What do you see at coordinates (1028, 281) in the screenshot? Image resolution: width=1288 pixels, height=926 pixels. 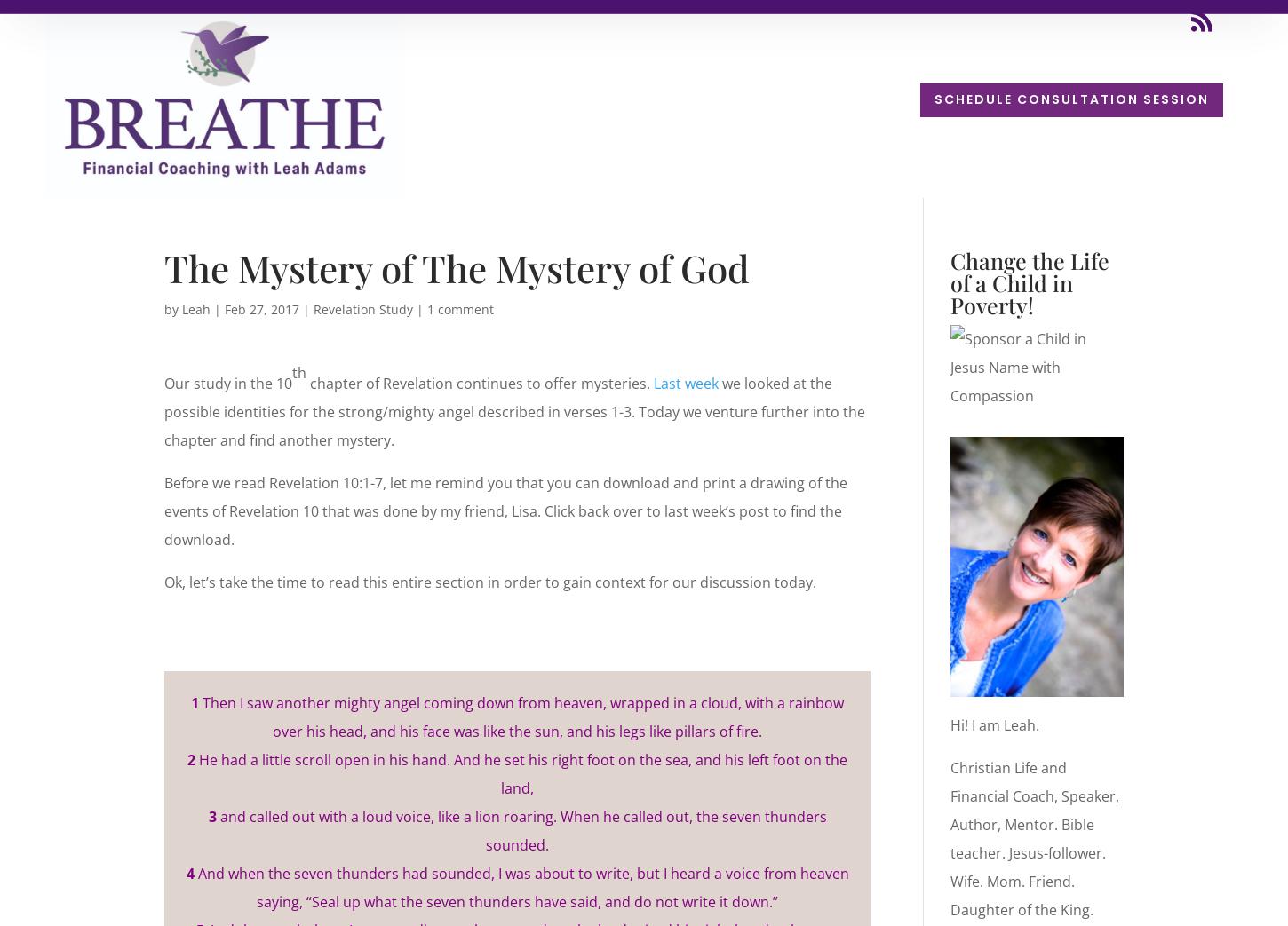 I see `'Change the Life of a Child in Poverty!'` at bounding box center [1028, 281].